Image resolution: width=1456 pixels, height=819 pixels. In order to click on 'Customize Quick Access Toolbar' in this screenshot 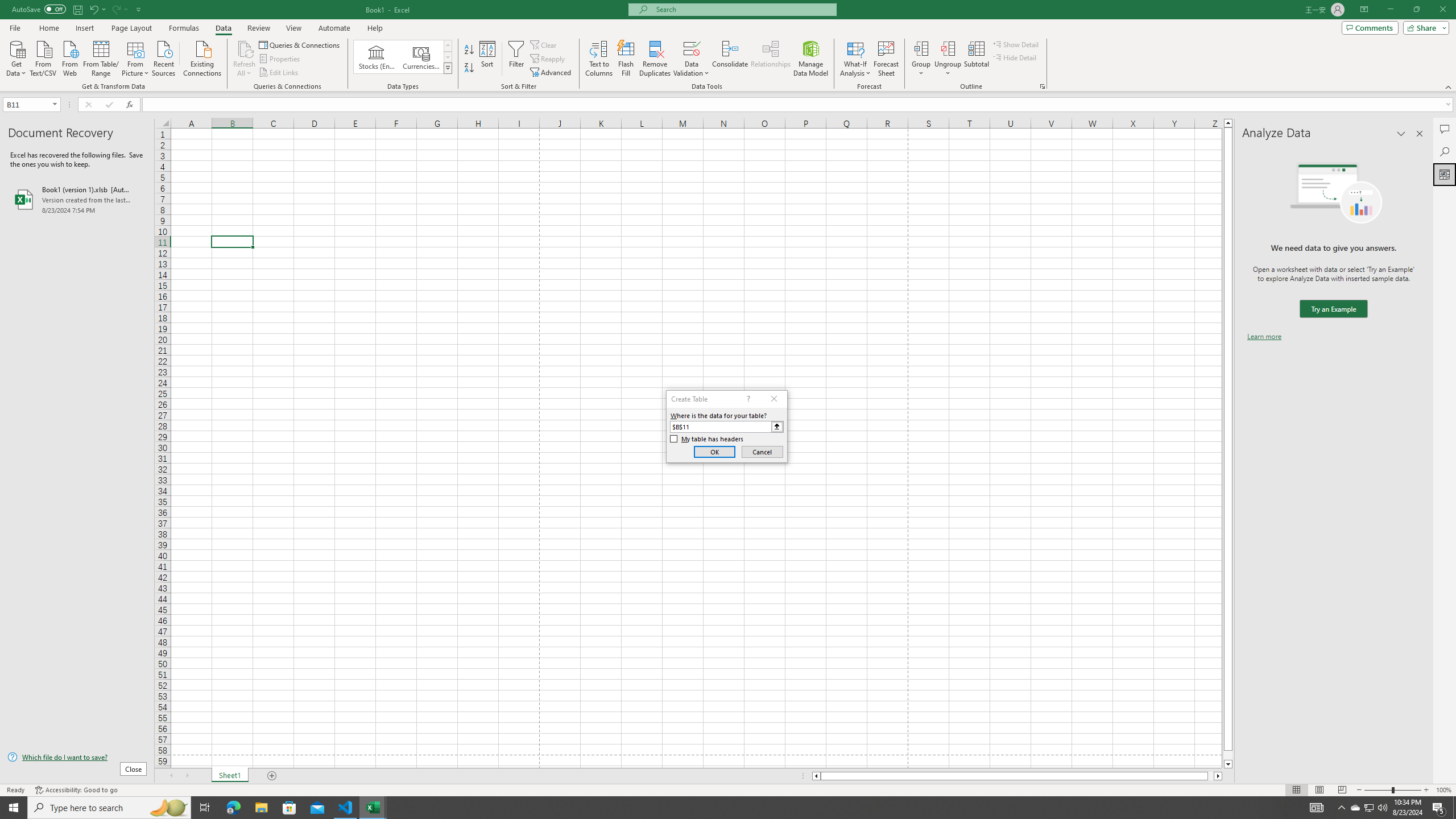, I will do `click(139, 9)`.